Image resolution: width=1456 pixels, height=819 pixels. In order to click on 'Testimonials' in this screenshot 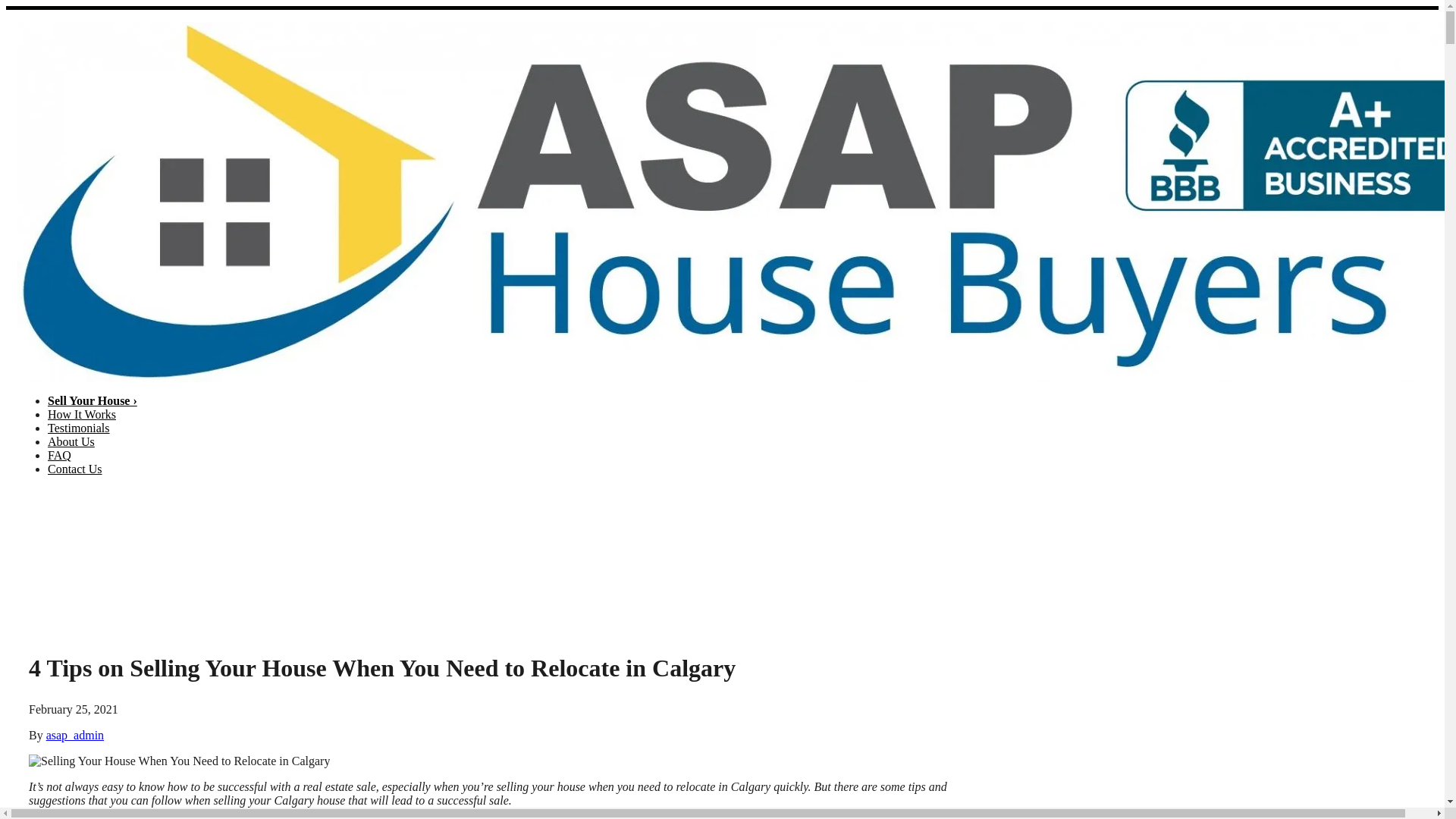, I will do `click(78, 428)`.